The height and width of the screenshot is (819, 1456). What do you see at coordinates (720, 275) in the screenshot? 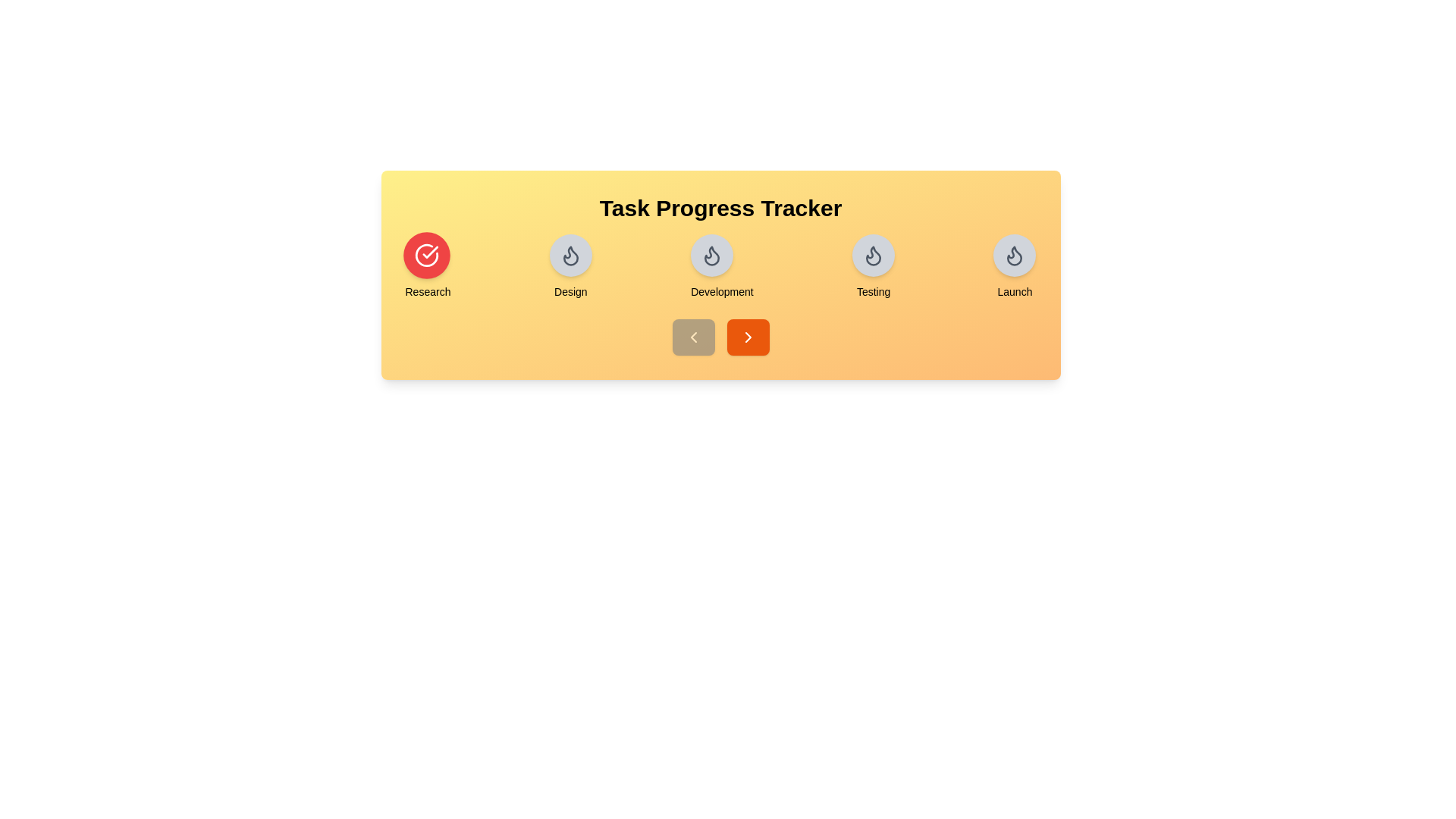
I see `the 'Development' phase icon in the project timeline` at bounding box center [720, 275].